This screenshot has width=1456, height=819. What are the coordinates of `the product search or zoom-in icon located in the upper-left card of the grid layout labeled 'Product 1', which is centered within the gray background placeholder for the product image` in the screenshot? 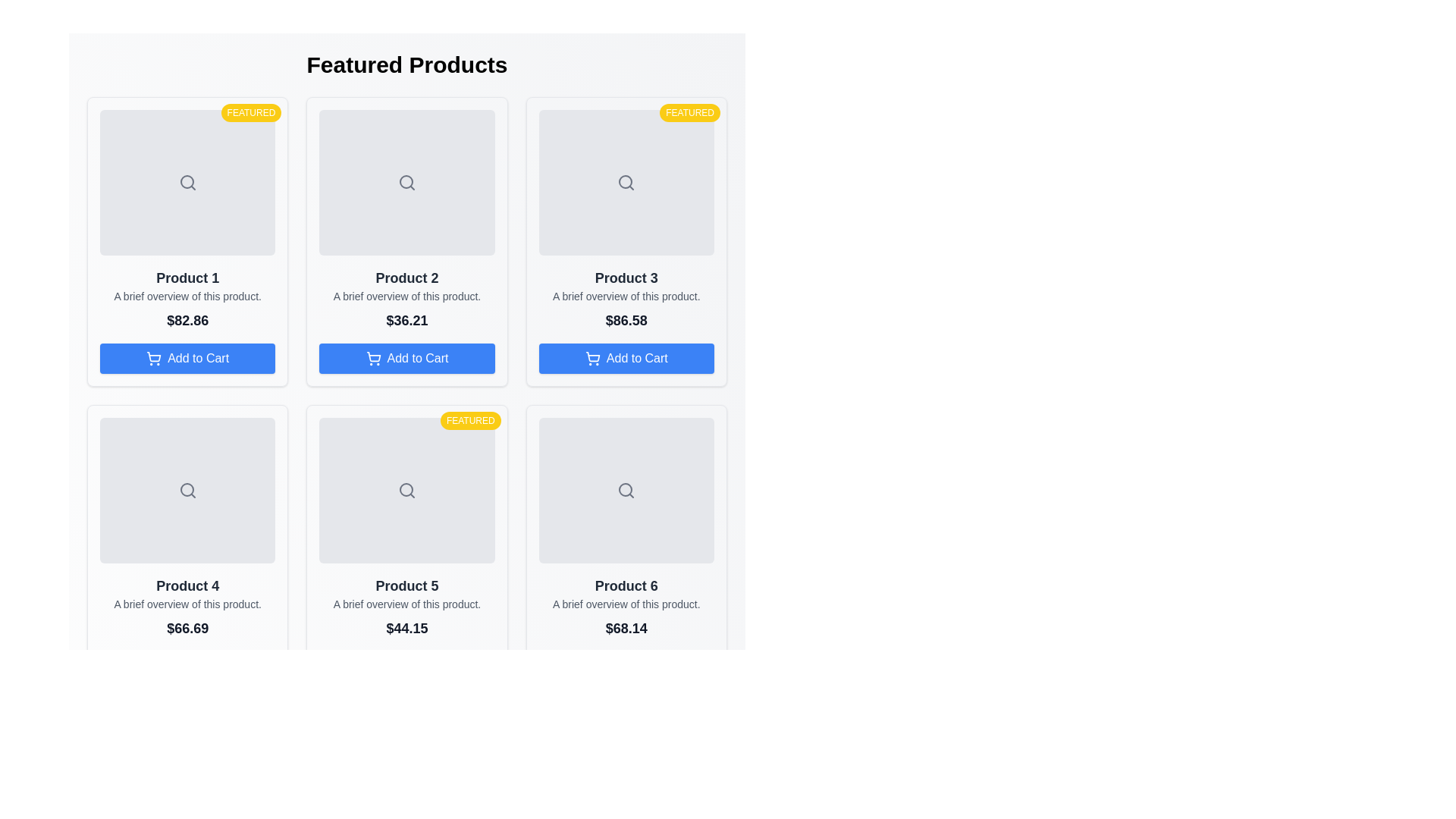 It's located at (187, 181).